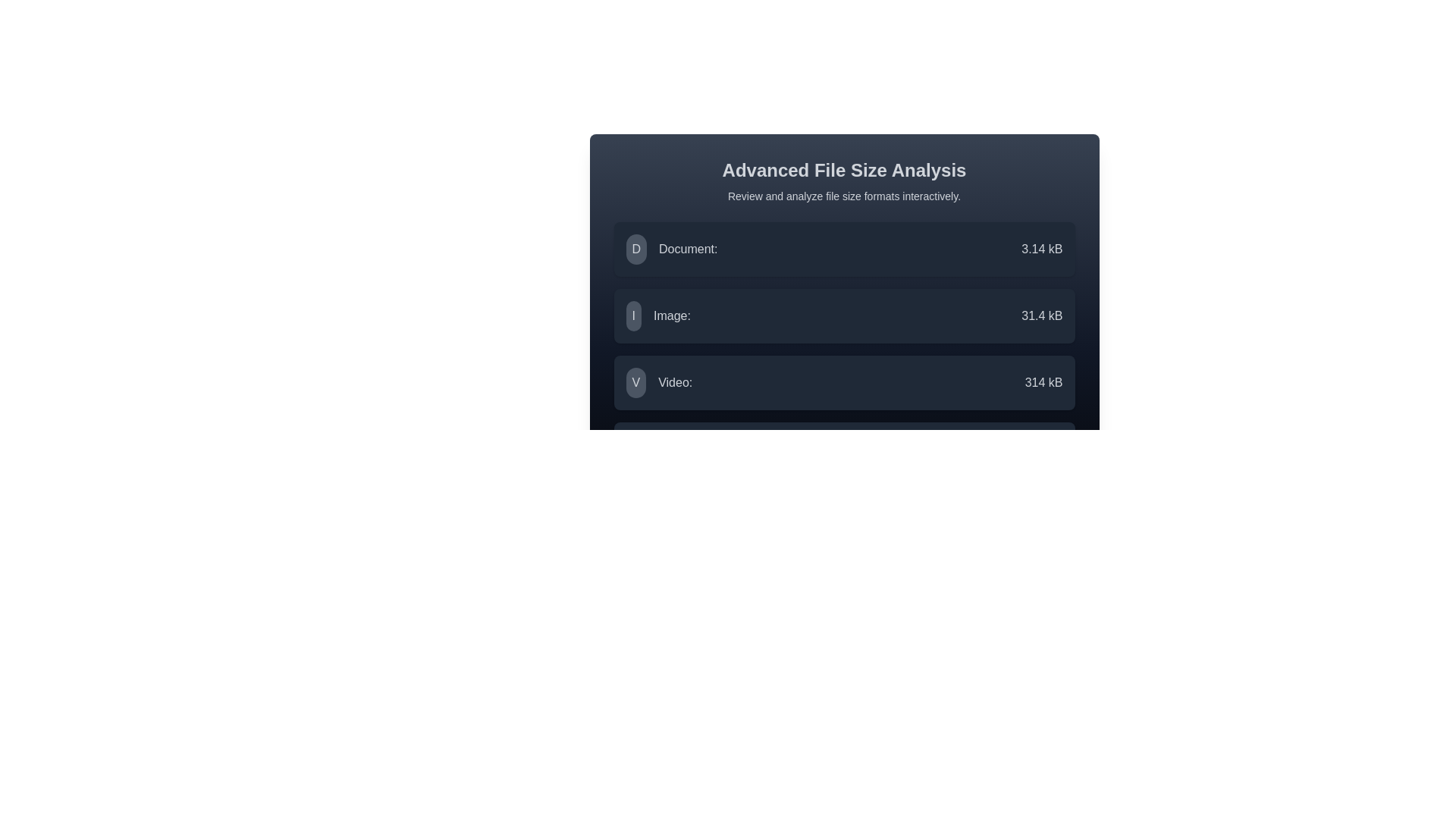 The width and height of the screenshot is (1456, 819). Describe the element at coordinates (843, 382) in the screenshot. I see `the Informational tile displaying 'Video' and its size '314 kB'` at that location.